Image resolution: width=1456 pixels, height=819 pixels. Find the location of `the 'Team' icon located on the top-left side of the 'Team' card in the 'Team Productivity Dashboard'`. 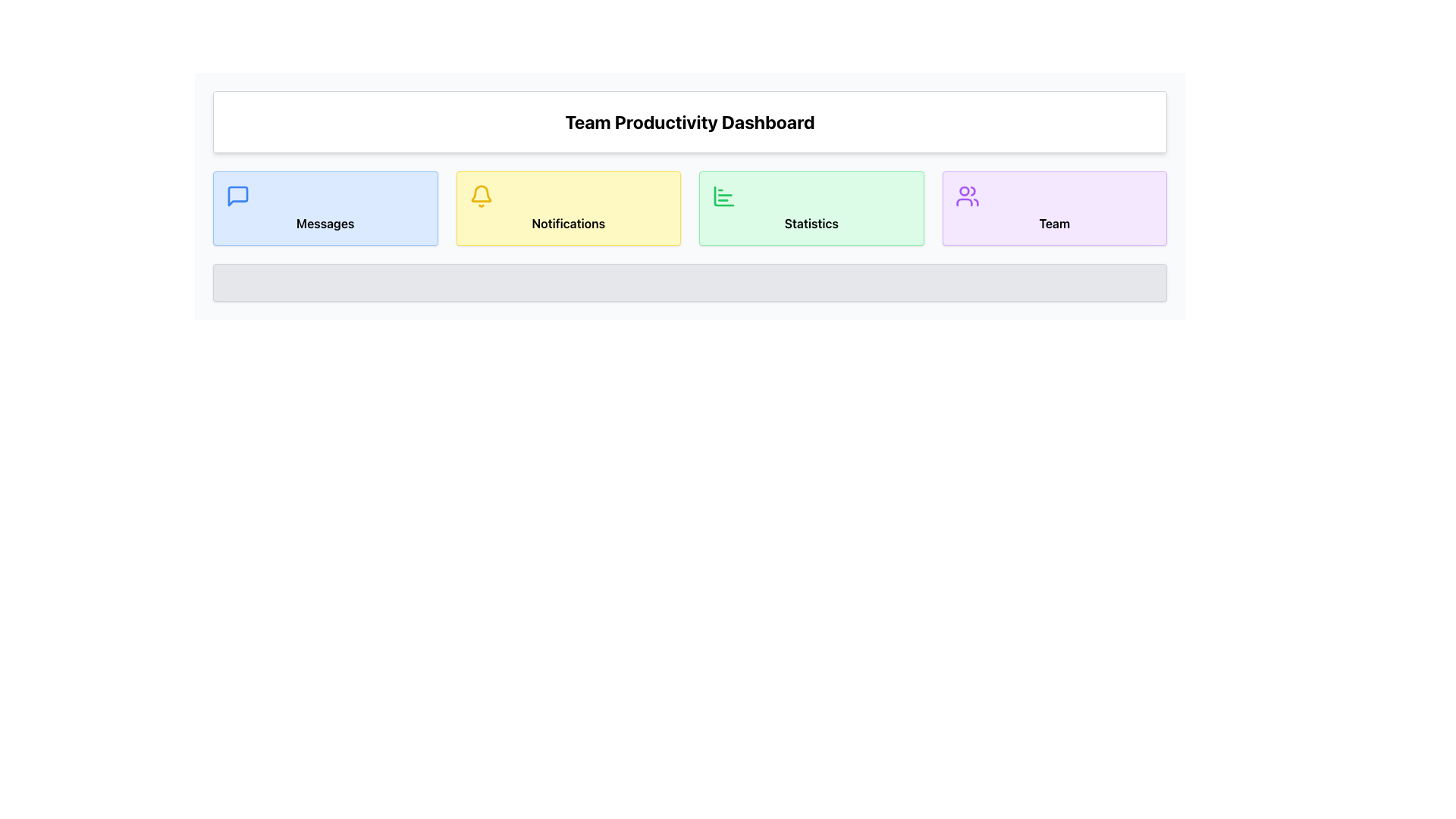

the 'Team' icon located on the top-left side of the 'Team' card in the 'Team Productivity Dashboard' is located at coordinates (966, 195).